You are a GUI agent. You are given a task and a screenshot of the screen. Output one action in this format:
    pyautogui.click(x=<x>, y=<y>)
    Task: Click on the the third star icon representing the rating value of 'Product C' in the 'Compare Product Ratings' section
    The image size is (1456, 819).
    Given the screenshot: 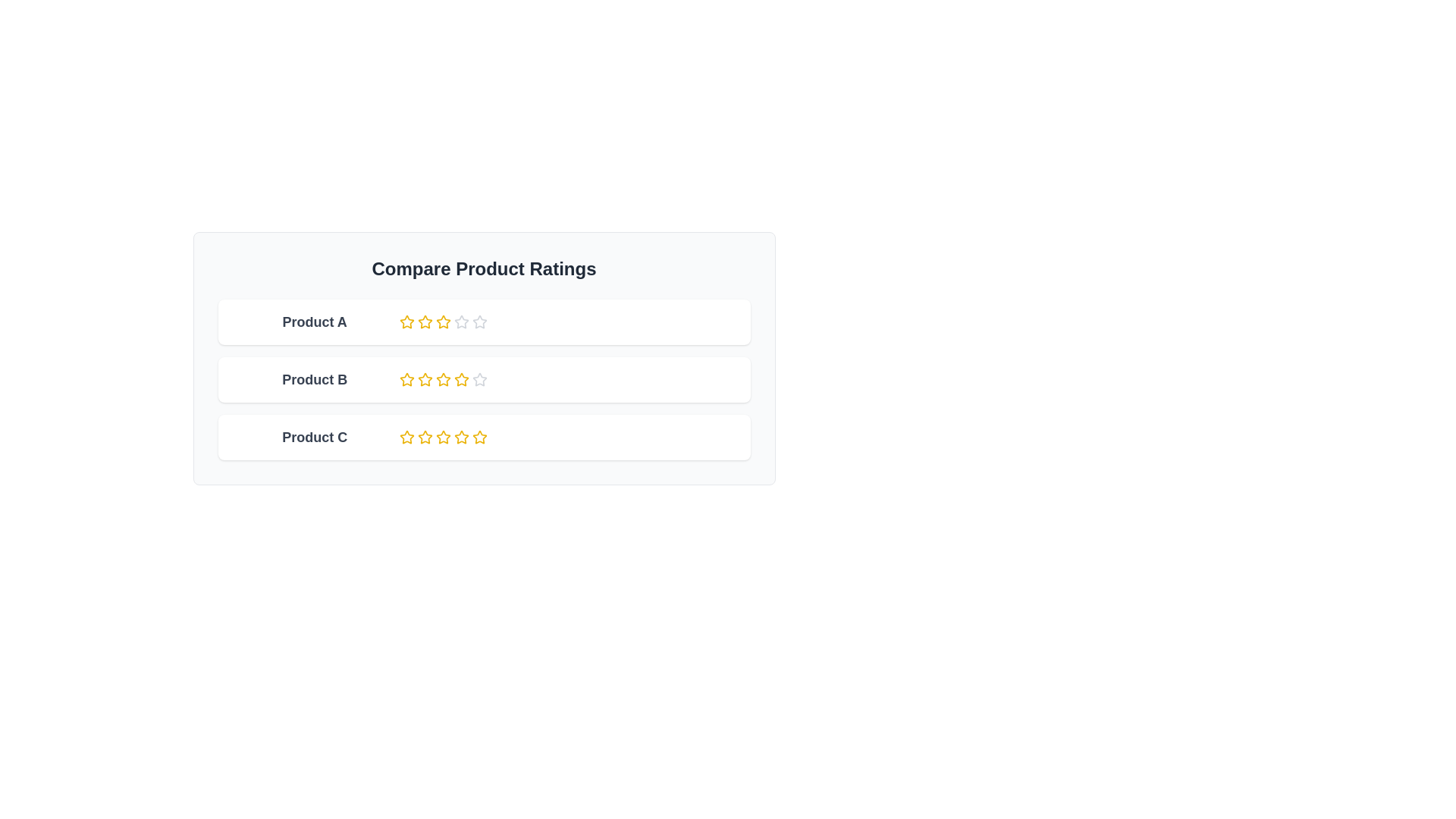 What is the action you would take?
    pyautogui.click(x=442, y=438)
    